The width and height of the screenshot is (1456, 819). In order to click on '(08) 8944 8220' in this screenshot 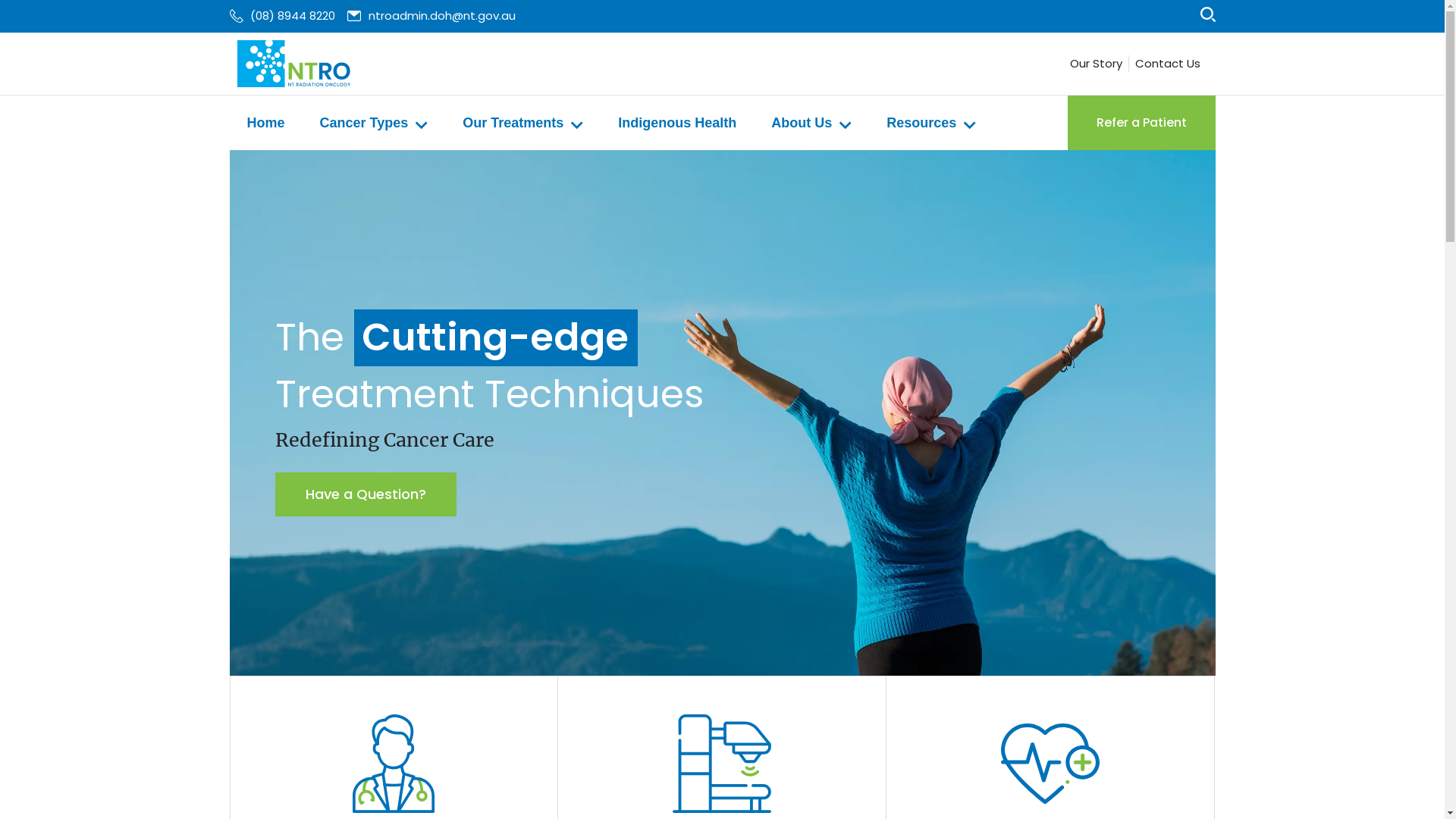, I will do `click(281, 16)`.